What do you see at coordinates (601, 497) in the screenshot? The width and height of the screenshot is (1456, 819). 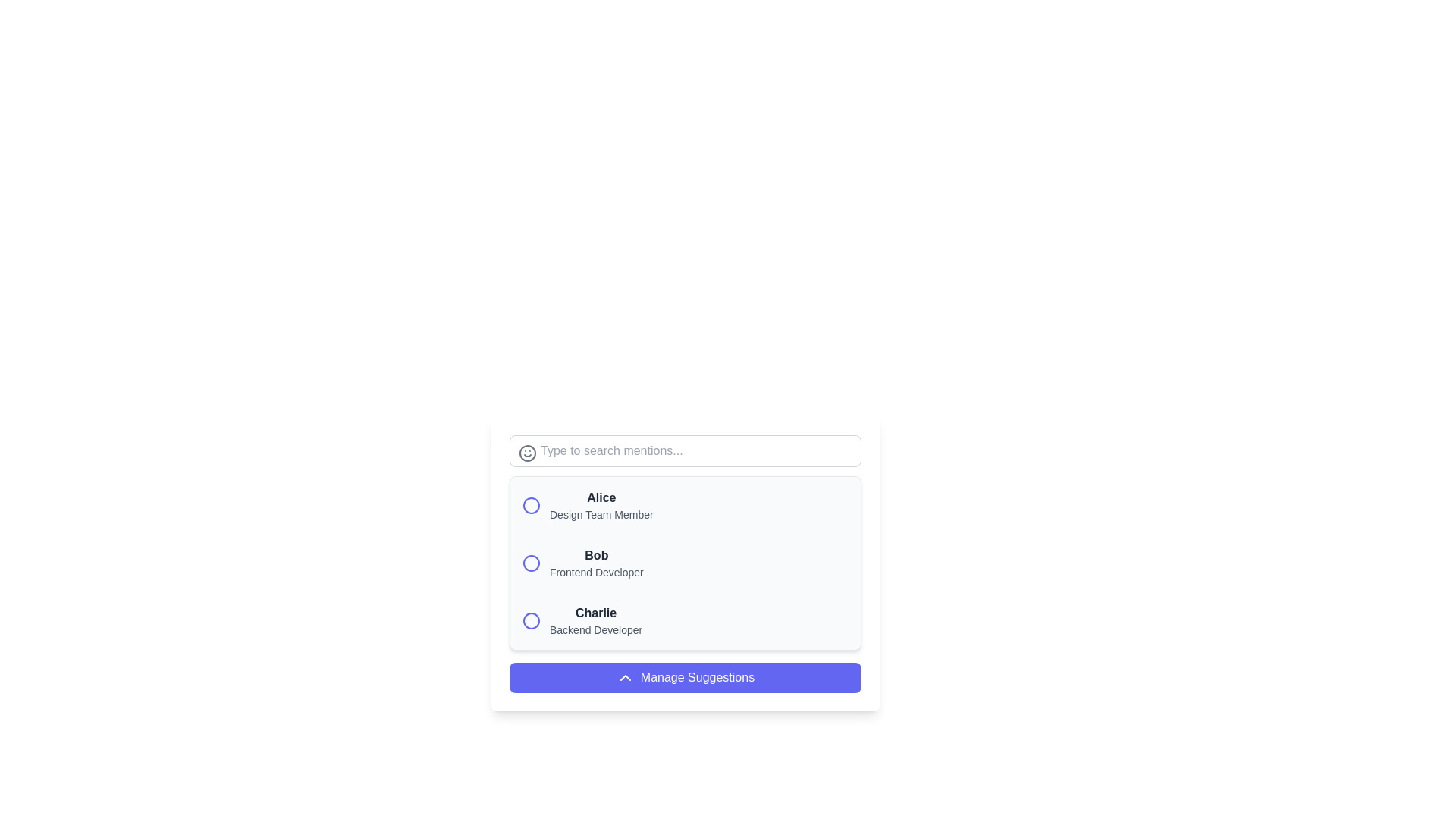 I see `text label displaying 'Alice' which is in bold dark gray font and located above the description 'Design Team Member' in a vertical list` at bounding box center [601, 497].